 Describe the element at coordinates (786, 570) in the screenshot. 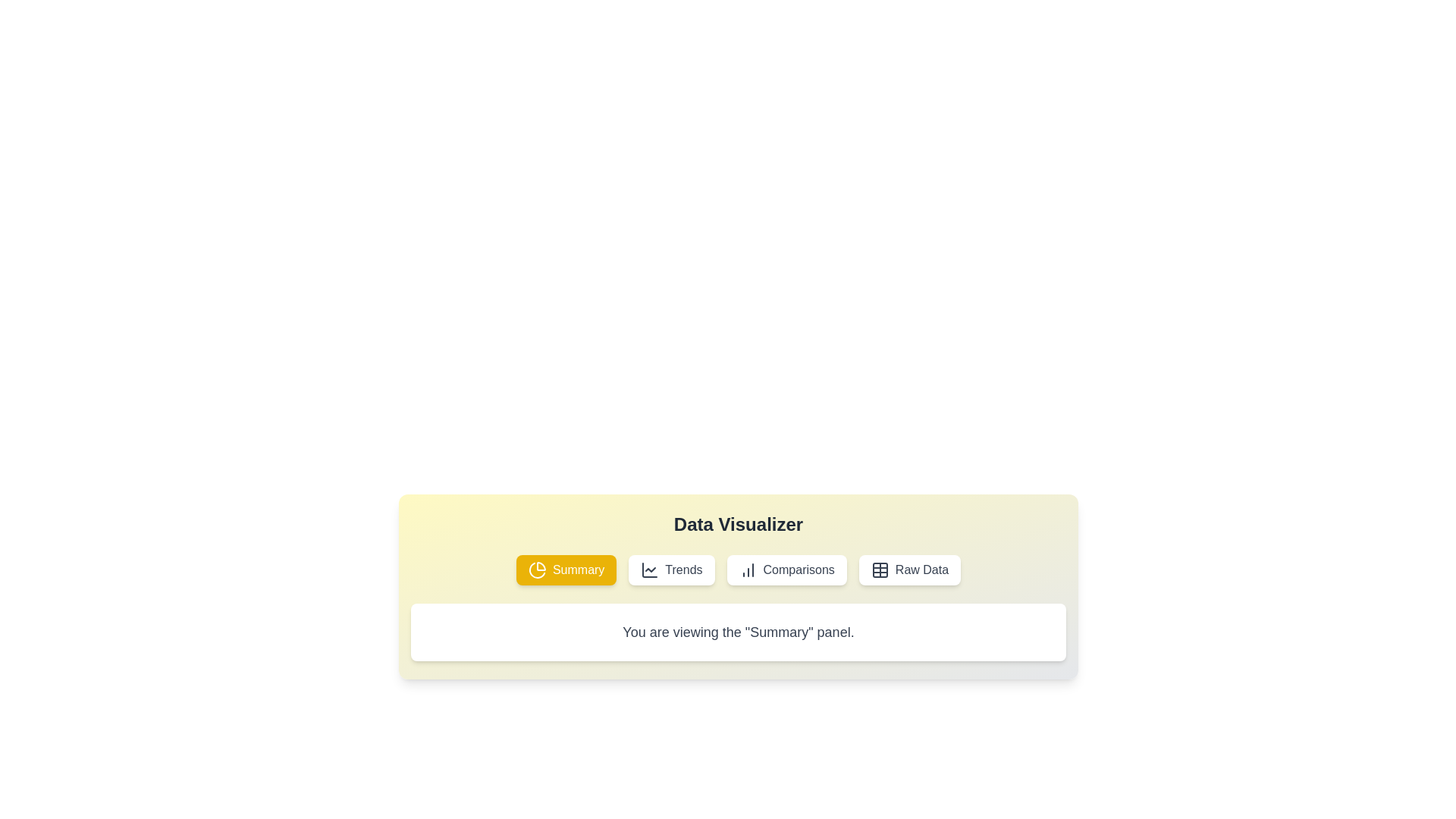

I see `the 'Comparisons' button located between the 'Trends' and 'Raw Data' buttons to switch views` at that location.